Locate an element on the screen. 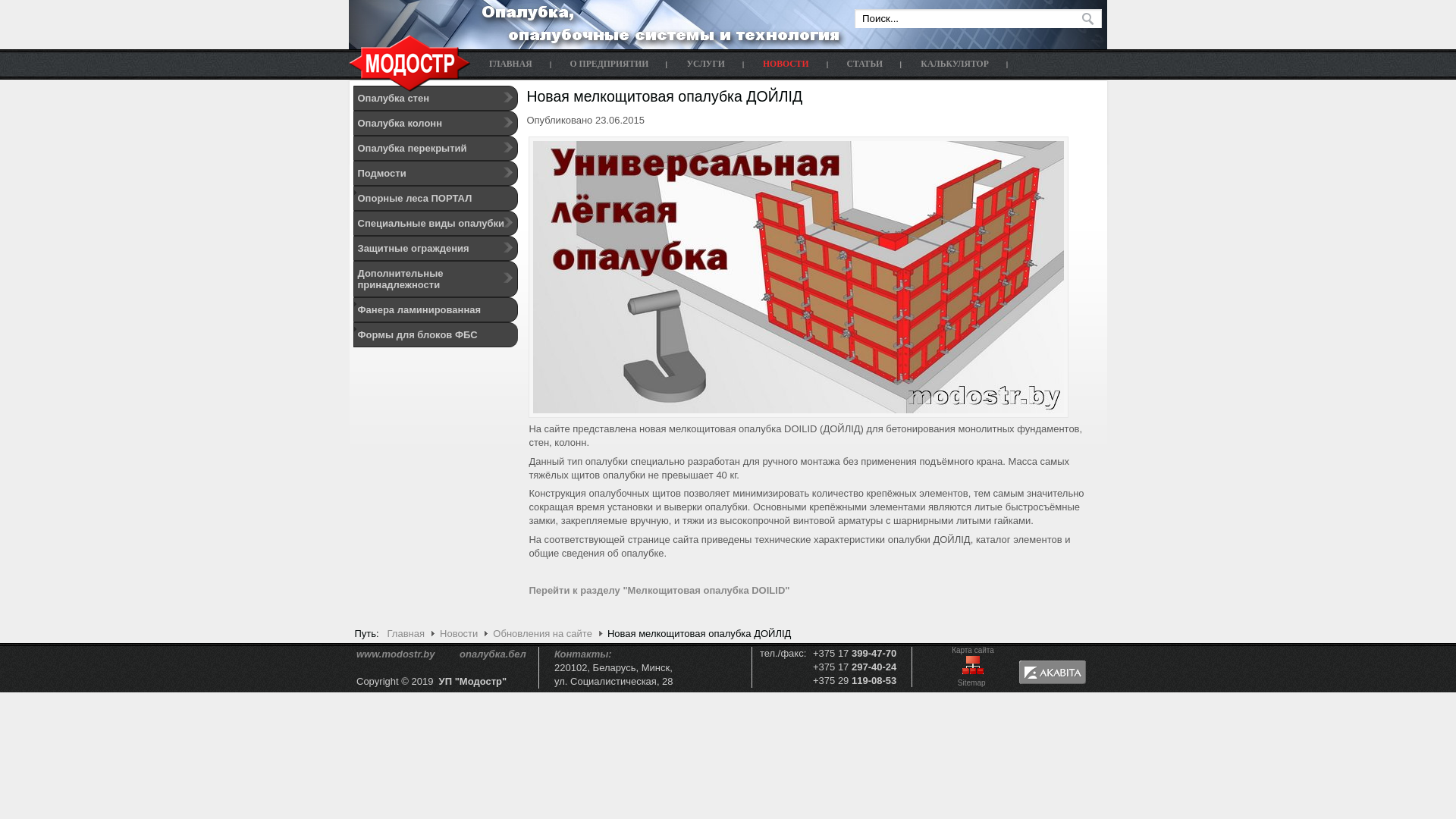 The height and width of the screenshot is (819, 1456). 'Sitemap ' is located at coordinates (972, 681).